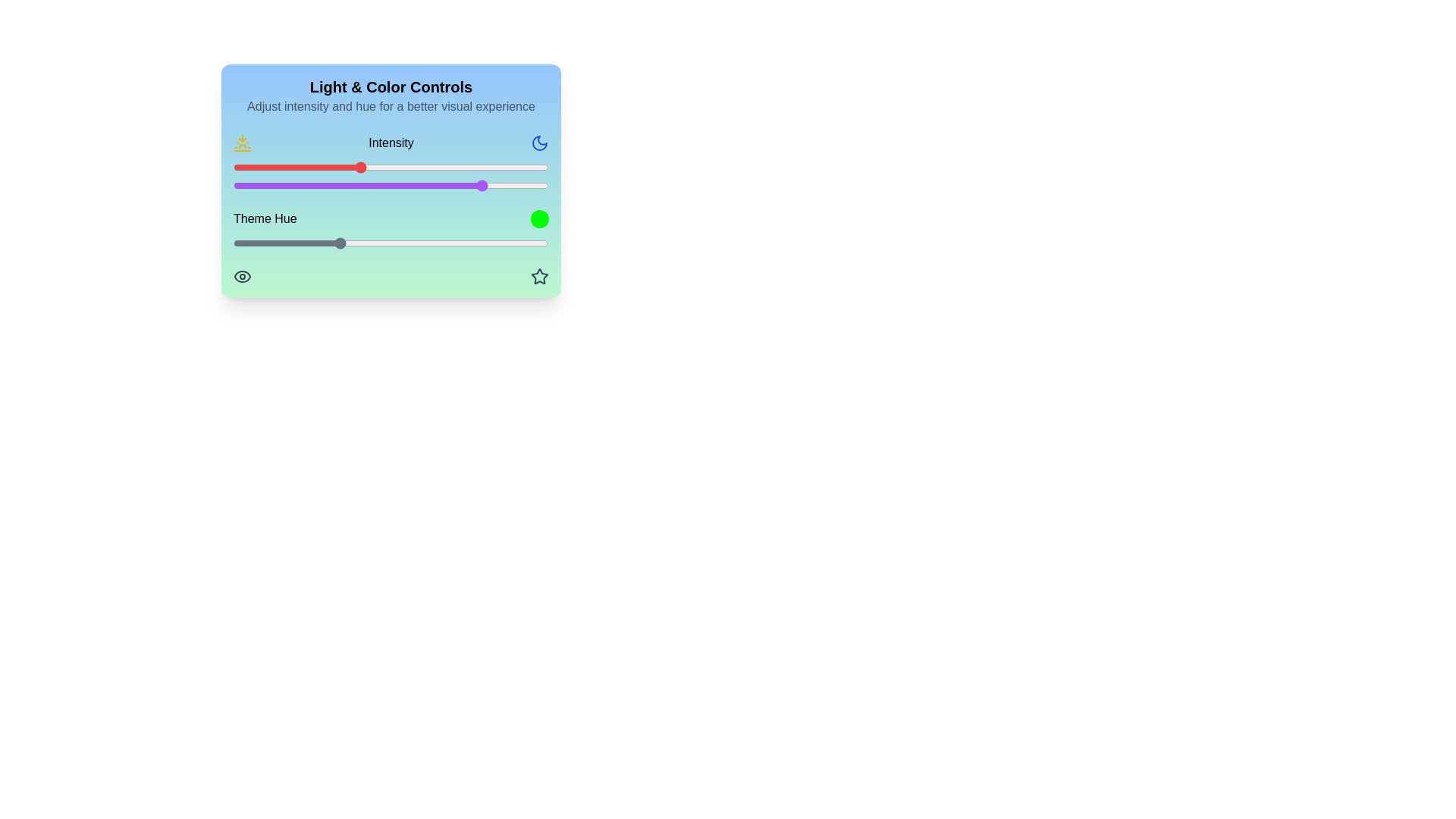 The image size is (1456, 819). What do you see at coordinates (388, 167) in the screenshot?
I see `intensity` at bounding box center [388, 167].